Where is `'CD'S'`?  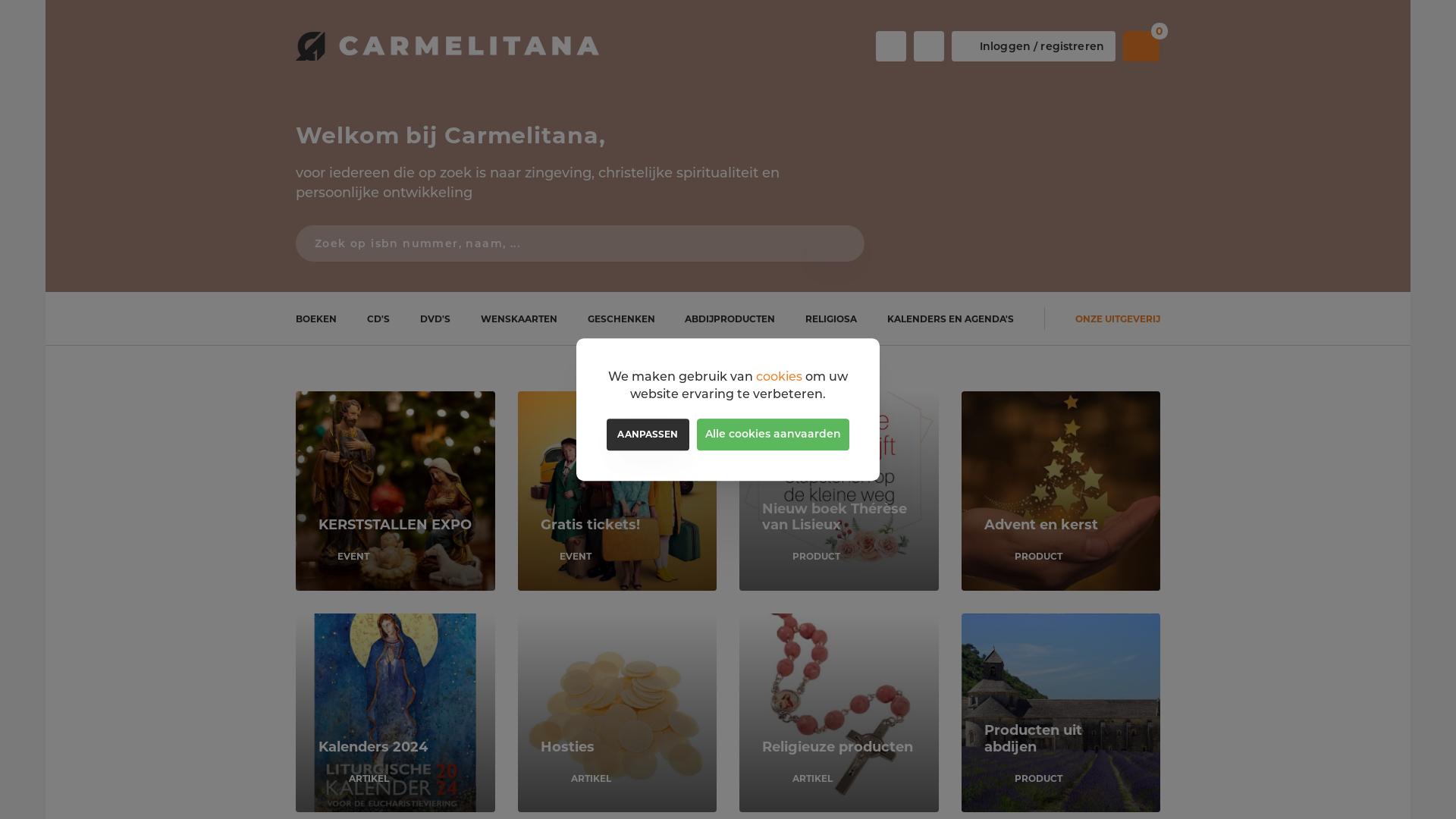
'CD'S' is located at coordinates (378, 318).